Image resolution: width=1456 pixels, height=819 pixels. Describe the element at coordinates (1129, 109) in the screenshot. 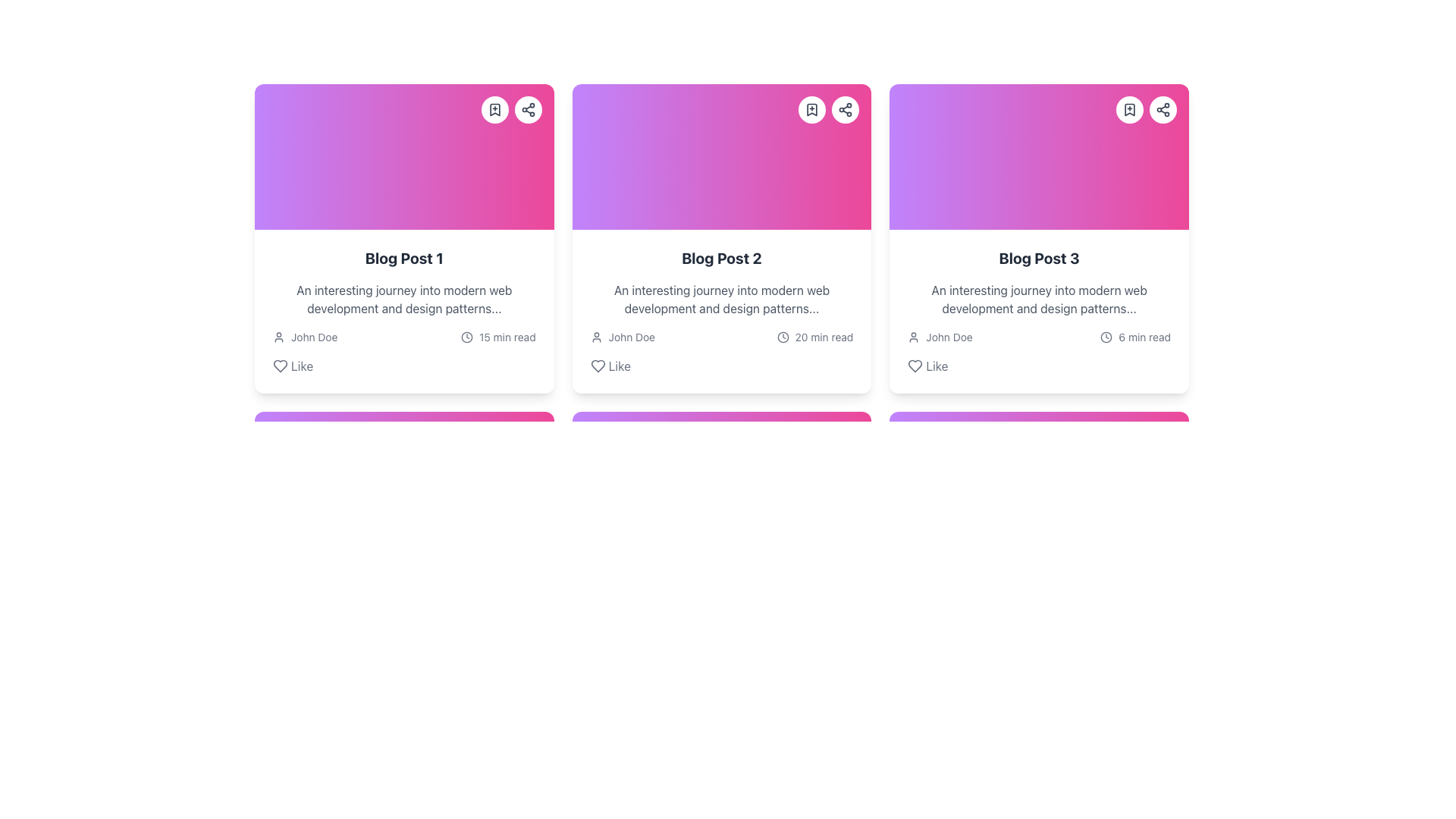

I see `the bookmark icon with a plus symbol located in the top-right corner of the card labeled 'Blog Post 3'` at that location.